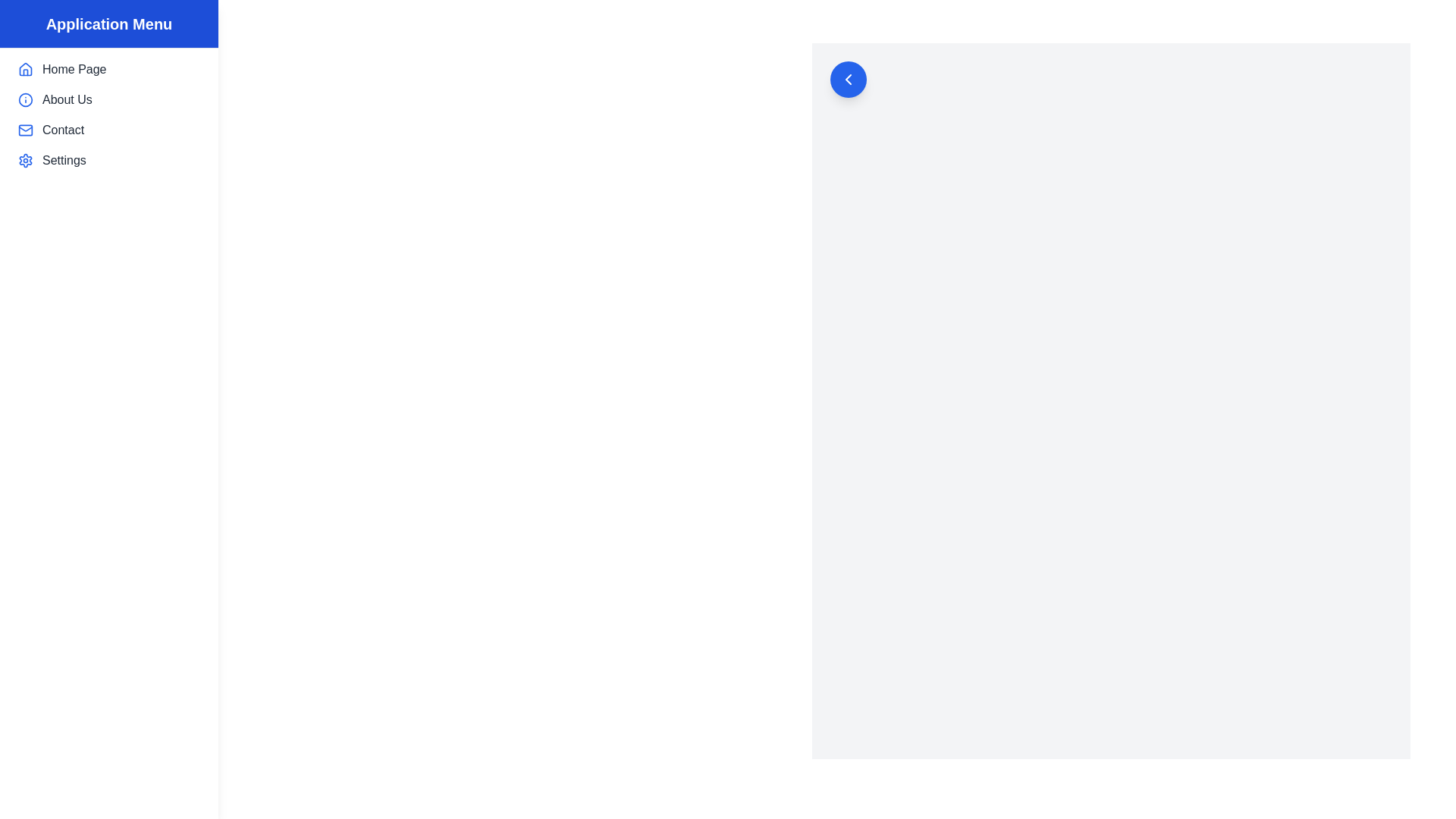 This screenshot has height=819, width=1456. Describe the element at coordinates (108, 161) in the screenshot. I see `the 'Settings' navigation menu item, which is the fourth item in the vertical menu, to change its color from gray to blue` at that location.